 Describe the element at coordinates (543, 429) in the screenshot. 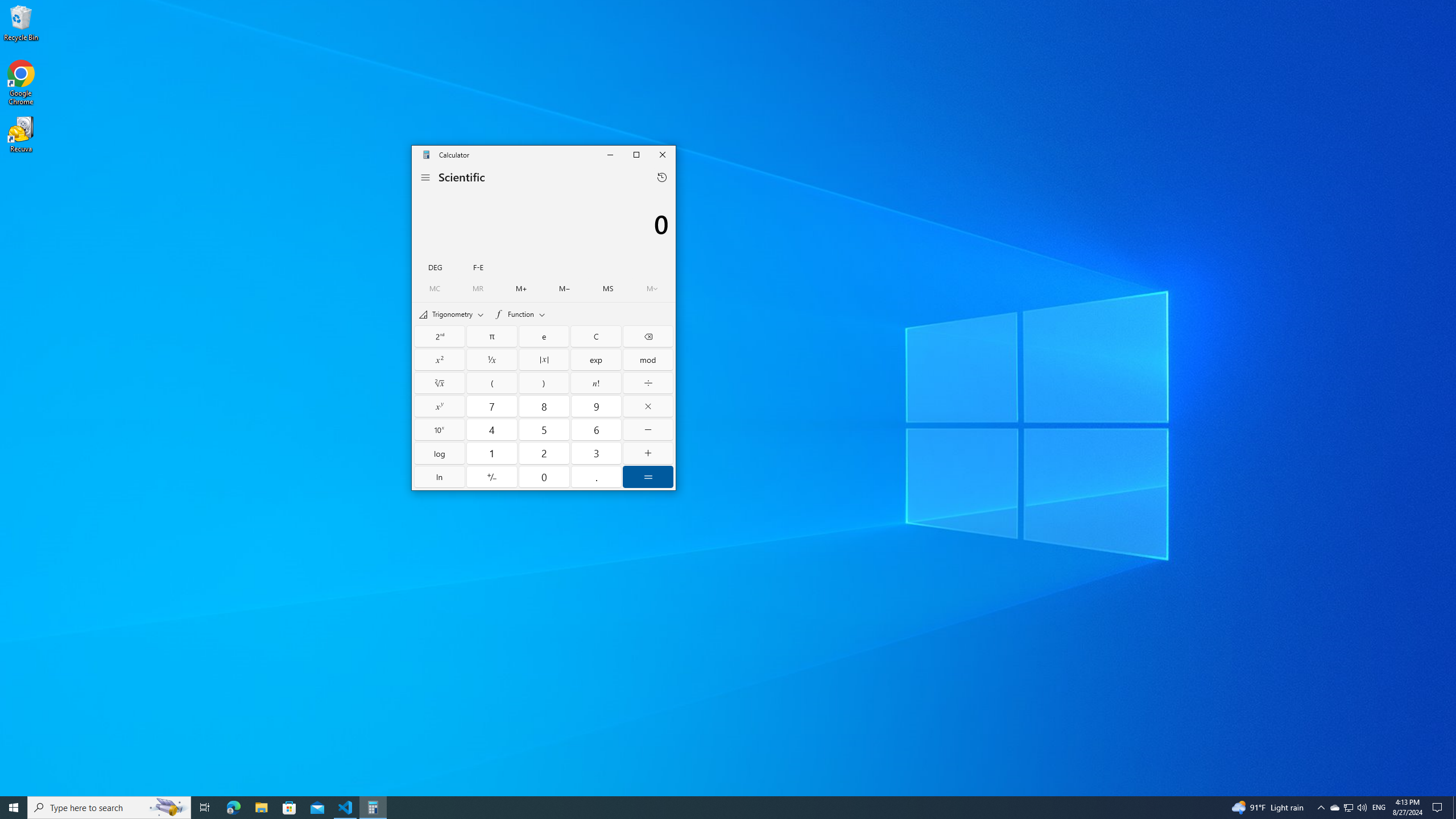

I see `'Five'` at that location.